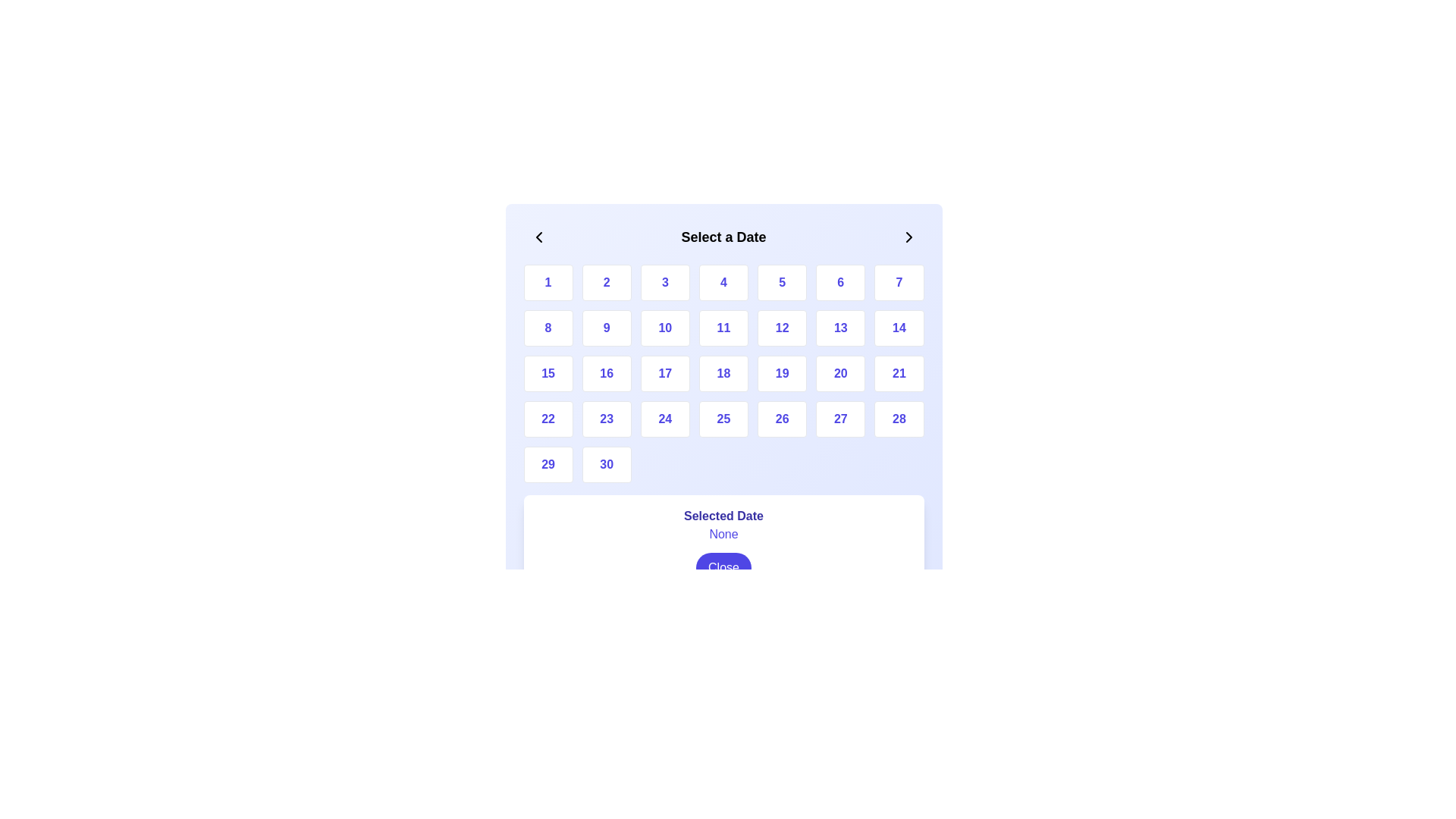 The height and width of the screenshot is (819, 1456). Describe the element at coordinates (723, 283) in the screenshot. I see `the date selection button for the date '4' located in the first row and fourth column of the grid in the date picker interface` at that location.